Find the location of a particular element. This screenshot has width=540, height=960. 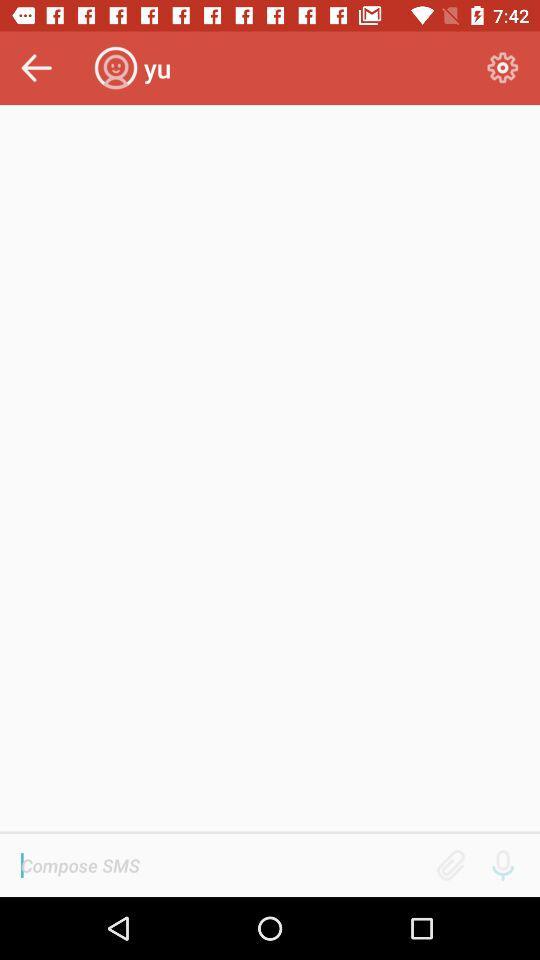

the icon at the top right corner is located at coordinates (502, 68).